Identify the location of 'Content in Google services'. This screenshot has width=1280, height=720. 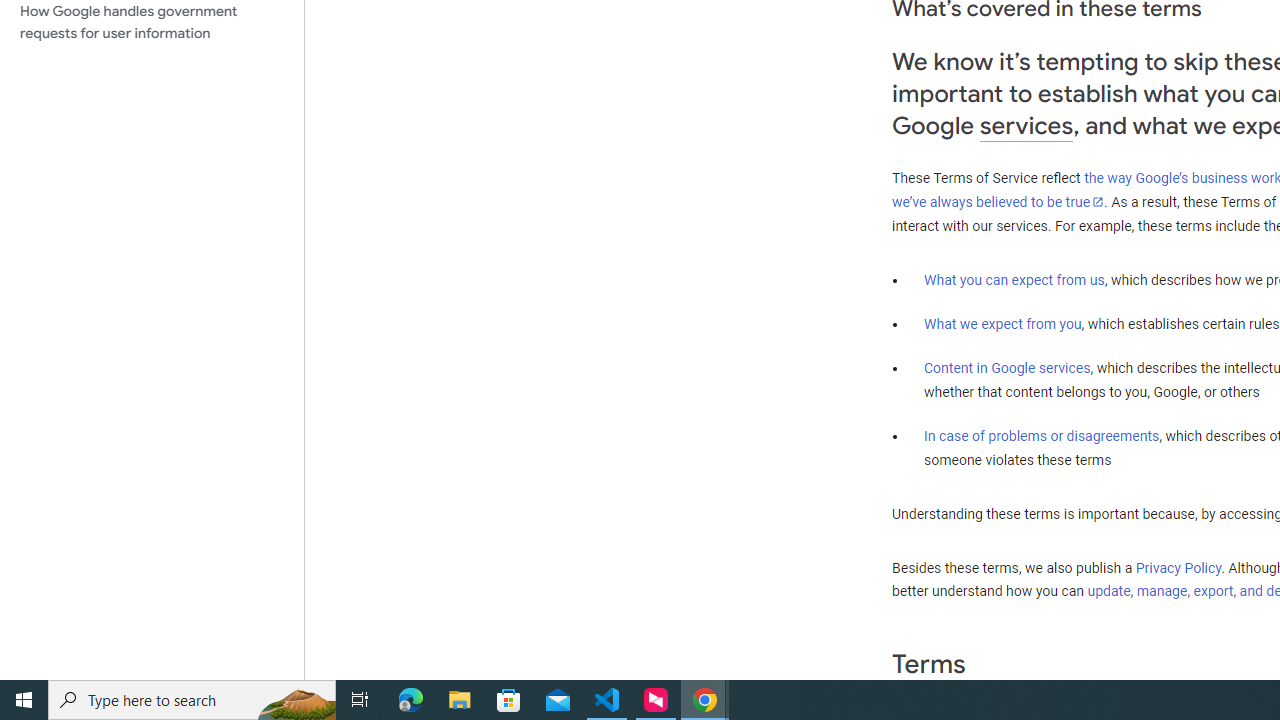
(1007, 368).